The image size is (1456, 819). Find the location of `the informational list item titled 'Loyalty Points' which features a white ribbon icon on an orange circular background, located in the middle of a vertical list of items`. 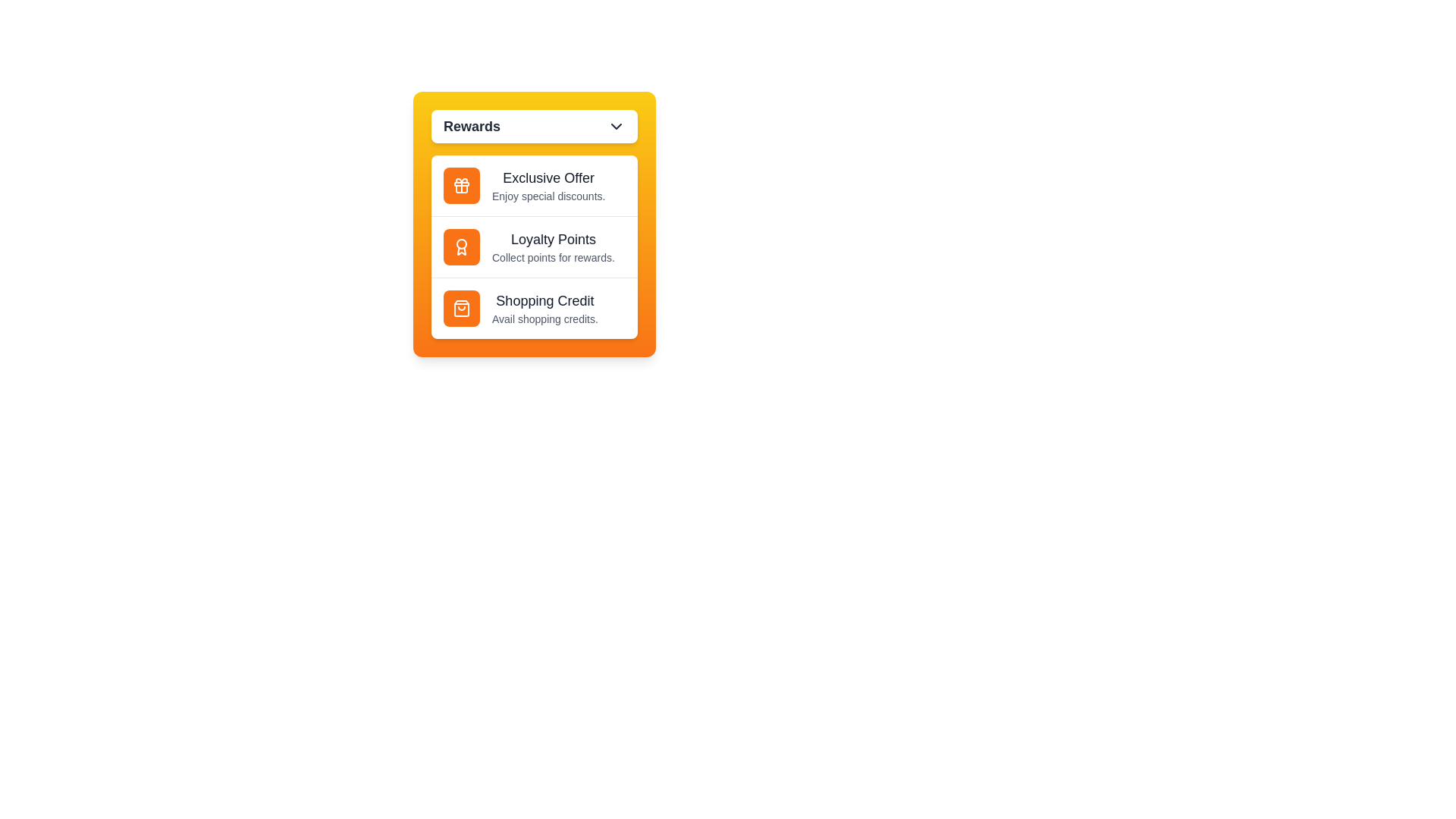

the informational list item titled 'Loyalty Points' which features a white ribbon icon on an orange circular background, located in the middle of a vertical list of items is located at coordinates (535, 245).